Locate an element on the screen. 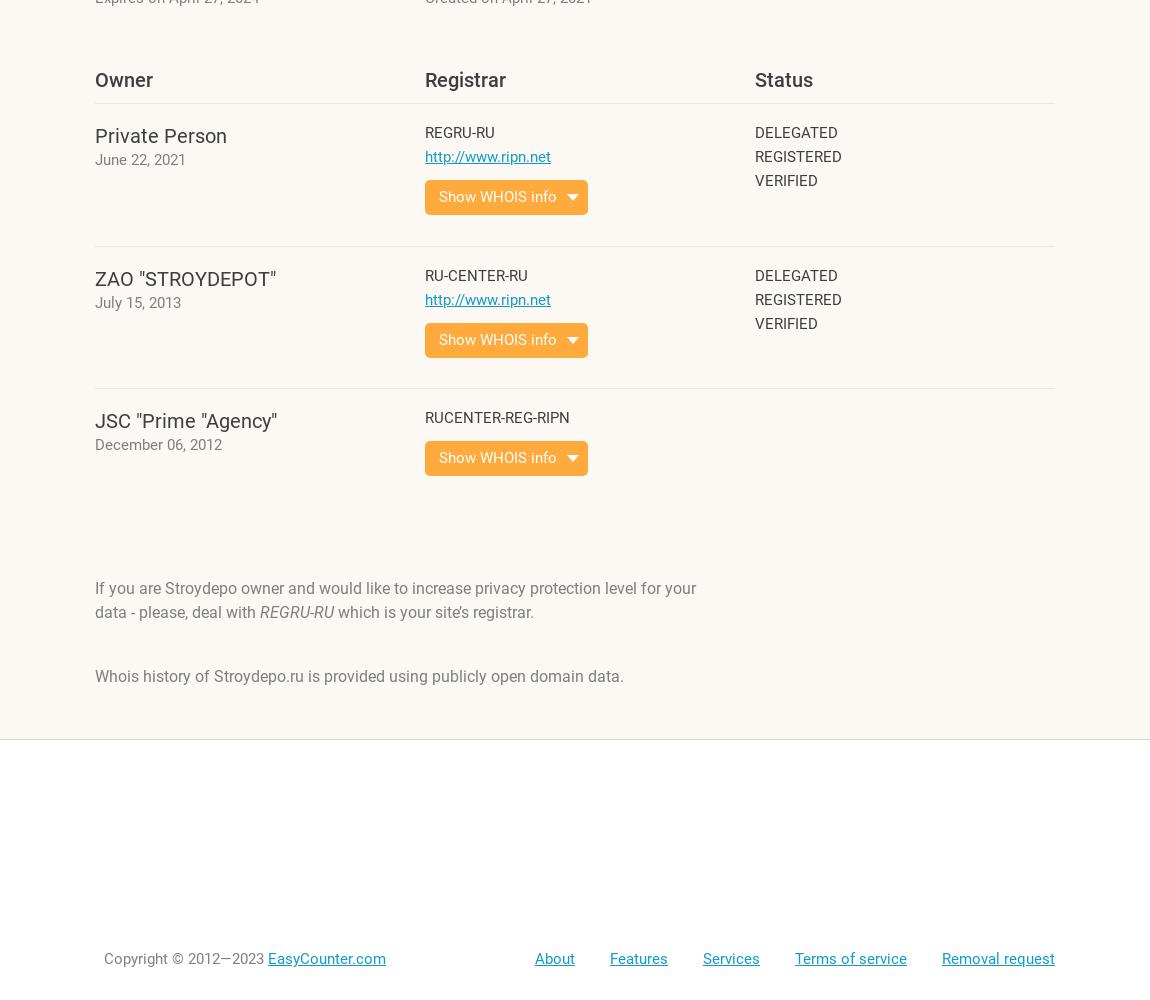 The width and height of the screenshot is (1150, 1000). 'July 15, 2013' is located at coordinates (137, 302).